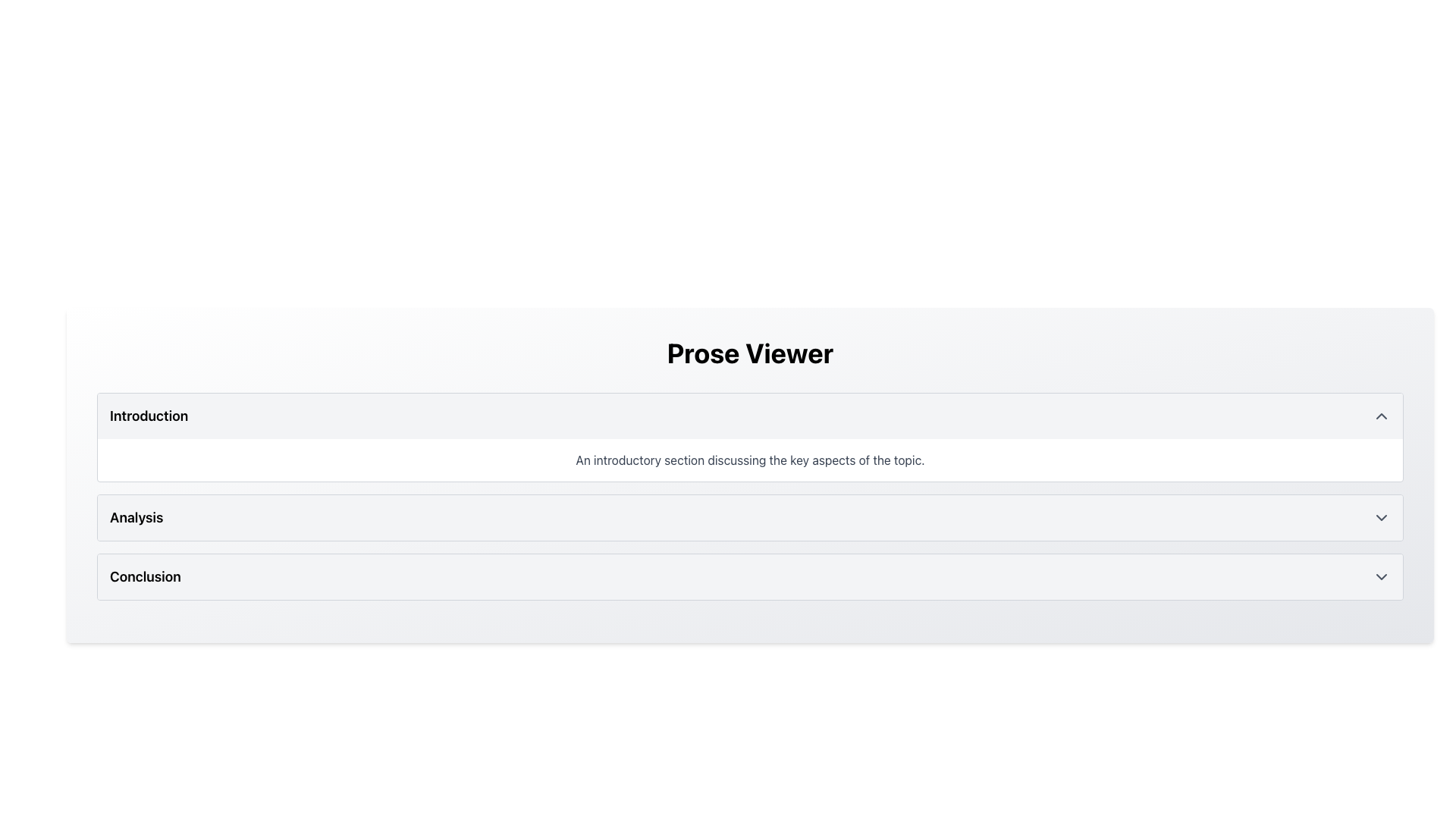  I want to click on the text label in the second section to focus on the section, which is located at the left of the chevron icon for expand/collapse functionality, so click(136, 516).